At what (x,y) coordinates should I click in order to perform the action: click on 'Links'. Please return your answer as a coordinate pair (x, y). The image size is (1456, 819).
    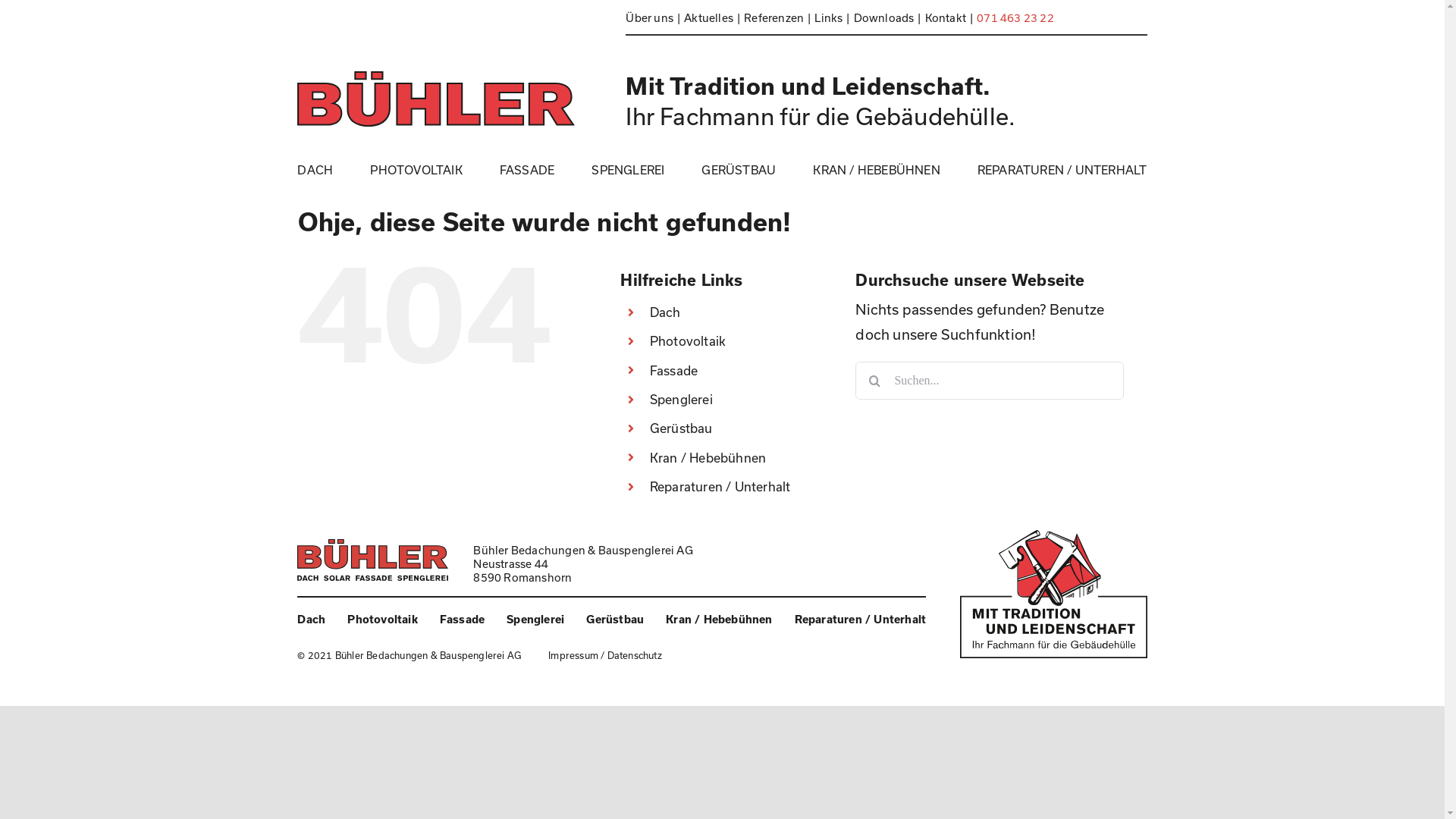
    Looking at the image, I should click on (833, 17).